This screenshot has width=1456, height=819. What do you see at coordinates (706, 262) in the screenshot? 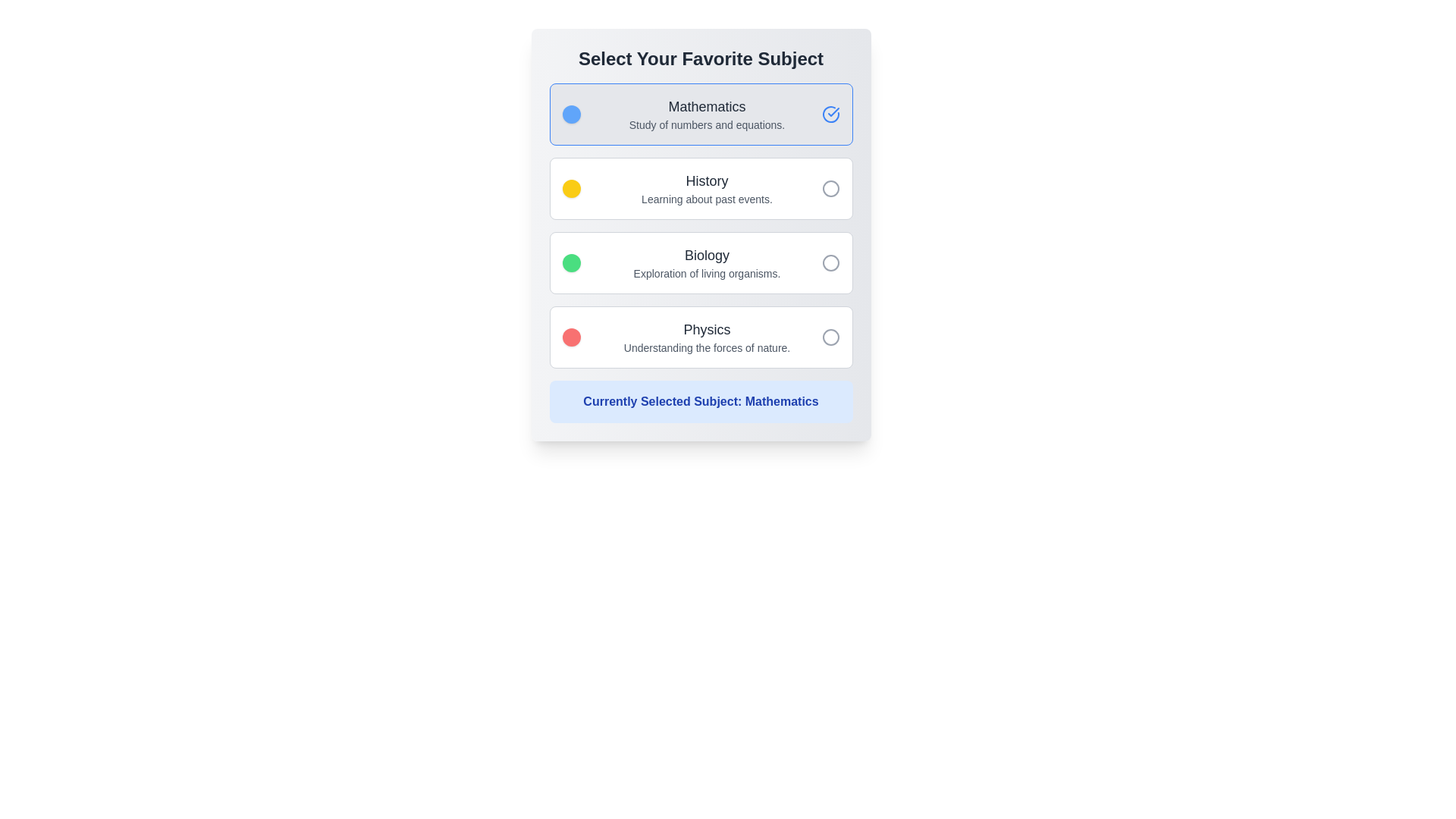
I see `the text display that provides the title and description of the 'Biology' option in the third row of the card-style list, positioned below a small green circular icon and above a gray outline radio button` at bounding box center [706, 262].